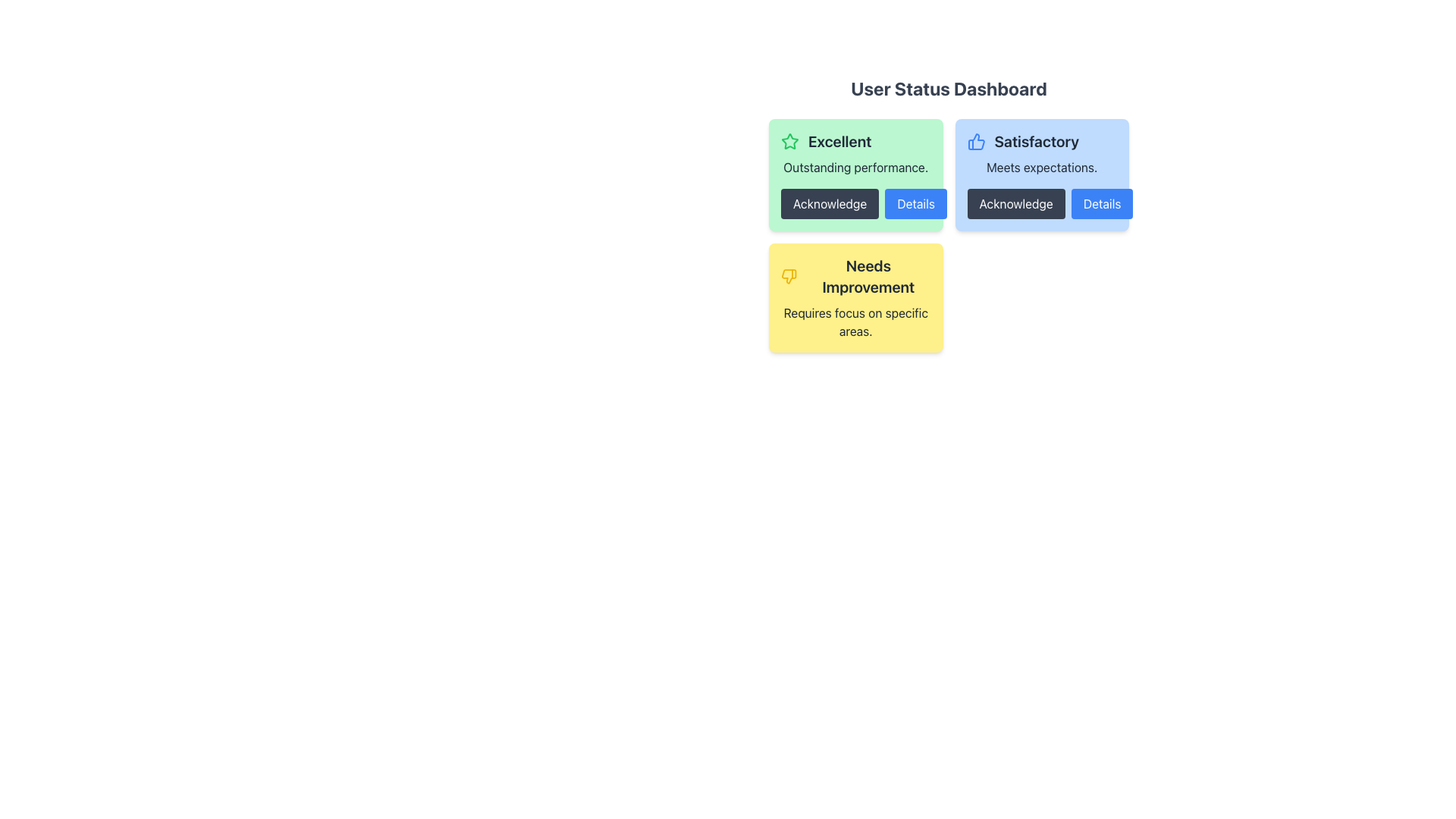 This screenshot has height=819, width=1456. I want to click on title of the 'Satisfactory' heading with icon located at the top of the blue rectangular card, which visually represents the status to the user, so click(1041, 141).